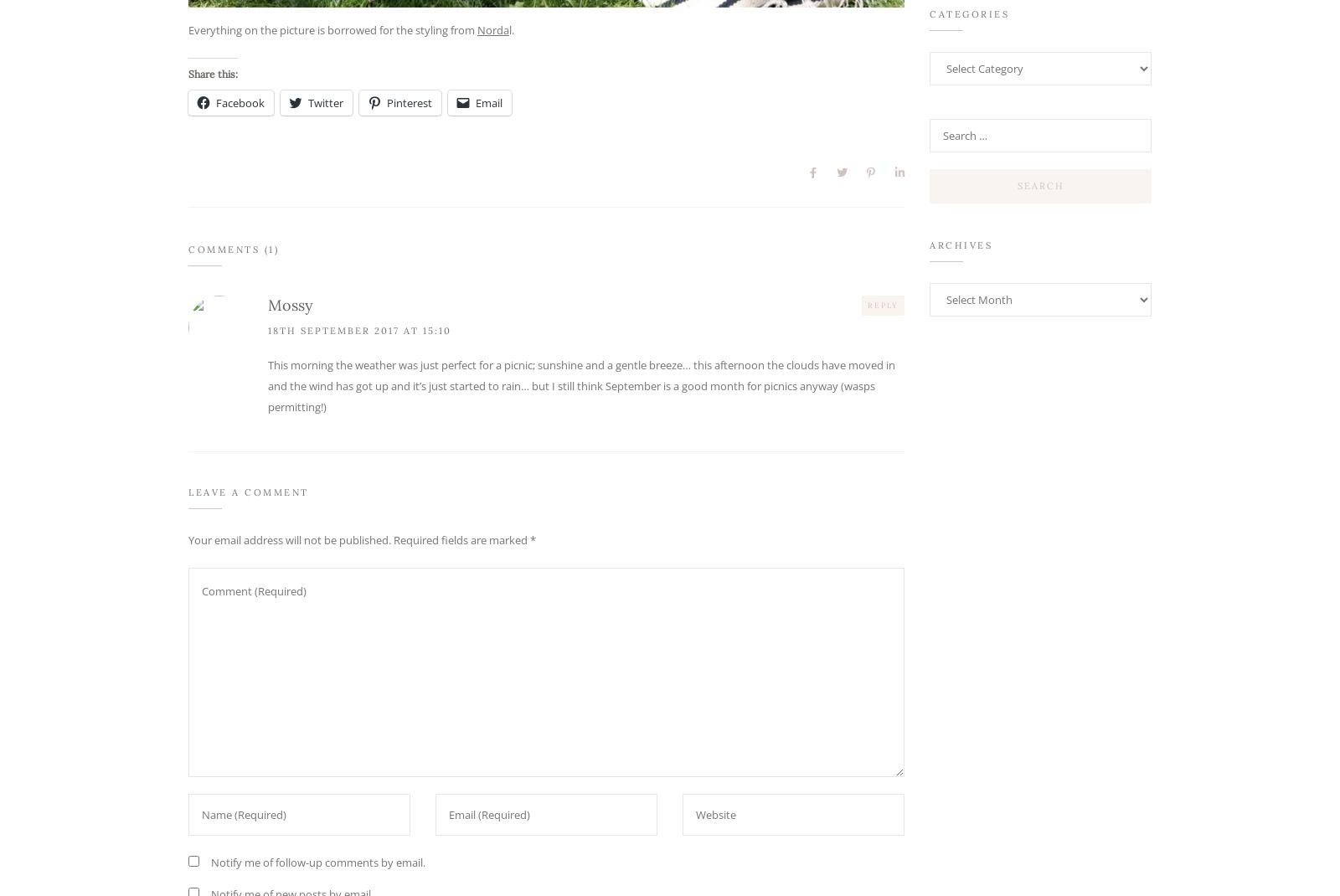 Image resolution: width=1340 pixels, height=896 pixels. I want to click on 'l.', so click(512, 28).